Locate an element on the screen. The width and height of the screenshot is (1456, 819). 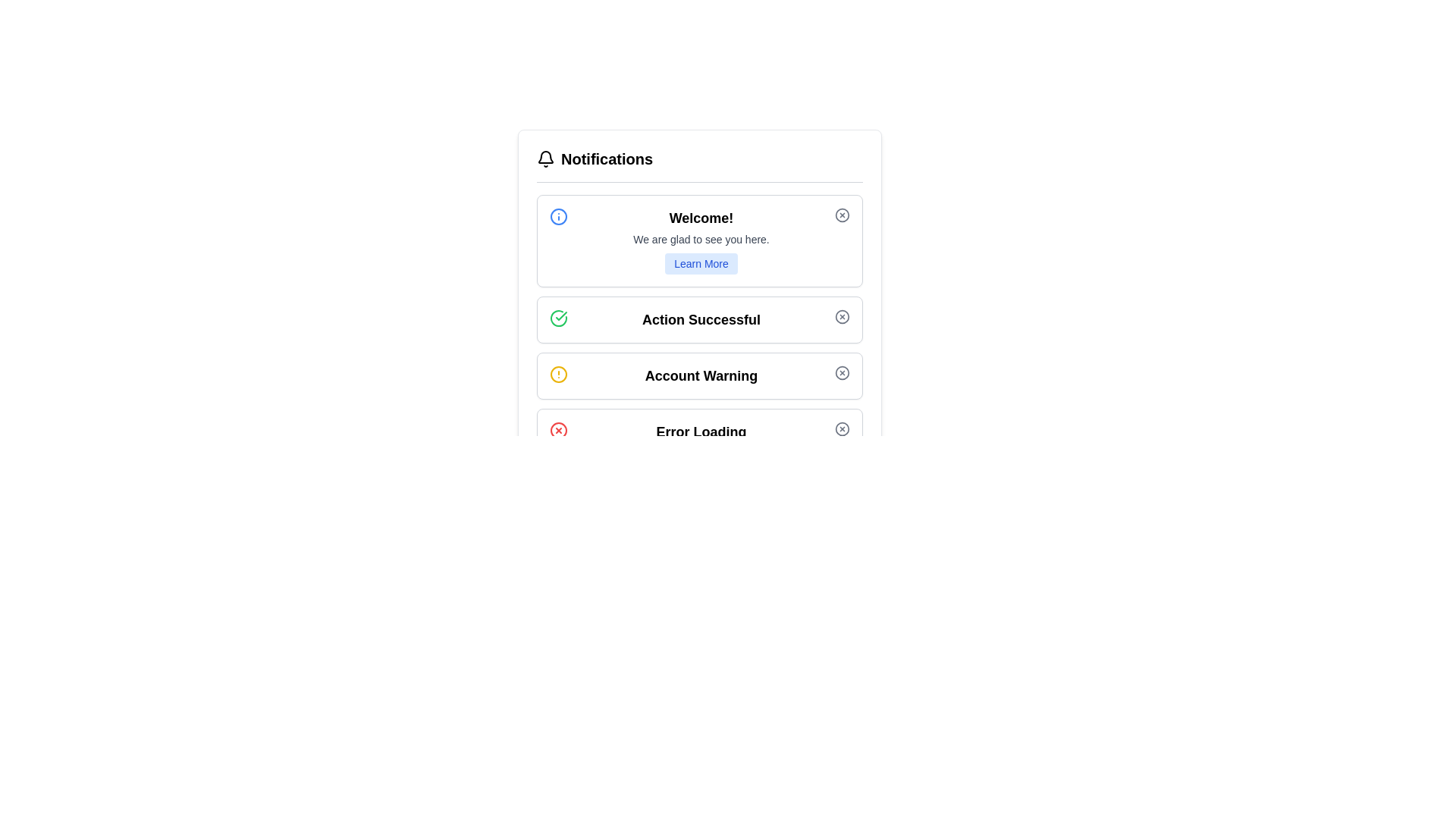
the error notification text label located at the bottom of the notification list, which communicates that an error occurred is located at coordinates (701, 432).